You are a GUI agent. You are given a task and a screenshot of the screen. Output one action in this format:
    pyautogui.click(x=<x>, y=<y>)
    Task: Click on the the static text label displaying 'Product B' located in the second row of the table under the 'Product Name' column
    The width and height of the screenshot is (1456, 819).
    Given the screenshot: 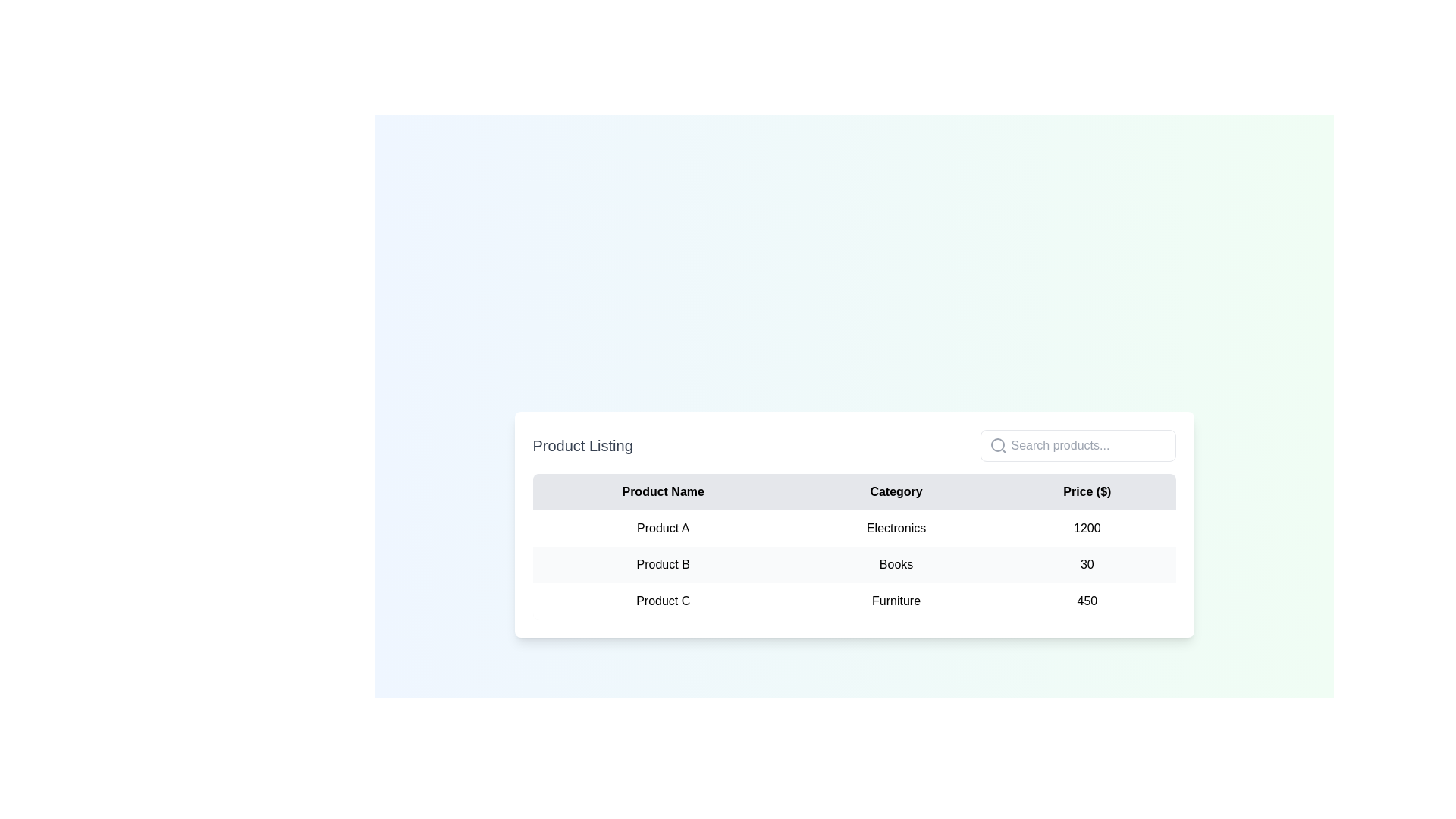 What is the action you would take?
    pyautogui.click(x=663, y=564)
    